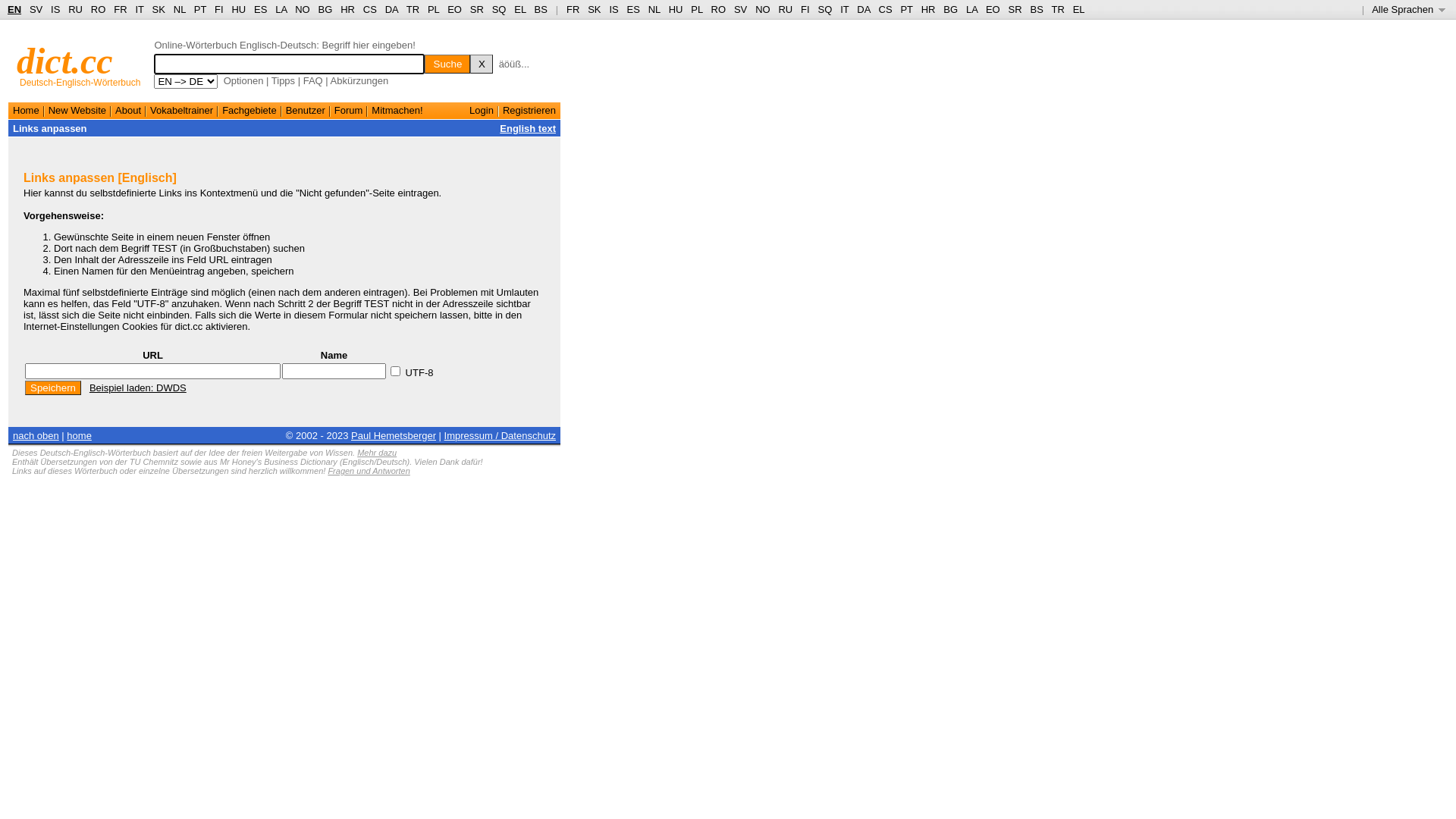 The image size is (1456, 819). Describe the element at coordinates (36, 435) in the screenshot. I see `'nach oben'` at that location.